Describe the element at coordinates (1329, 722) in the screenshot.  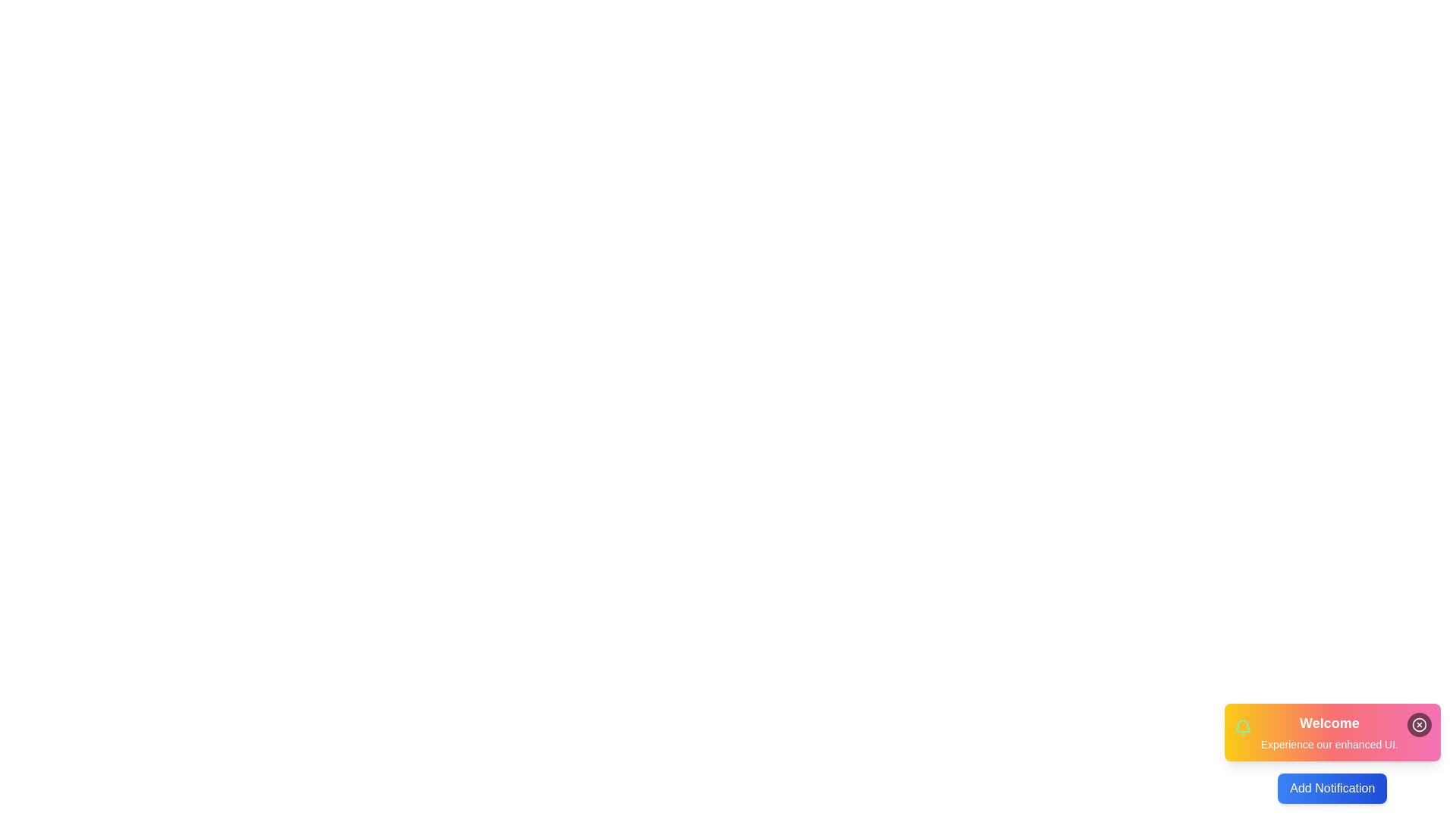
I see `the heading text label in the notification panel, which is styled with a gradient background and positioned above the smaller text section` at that location.